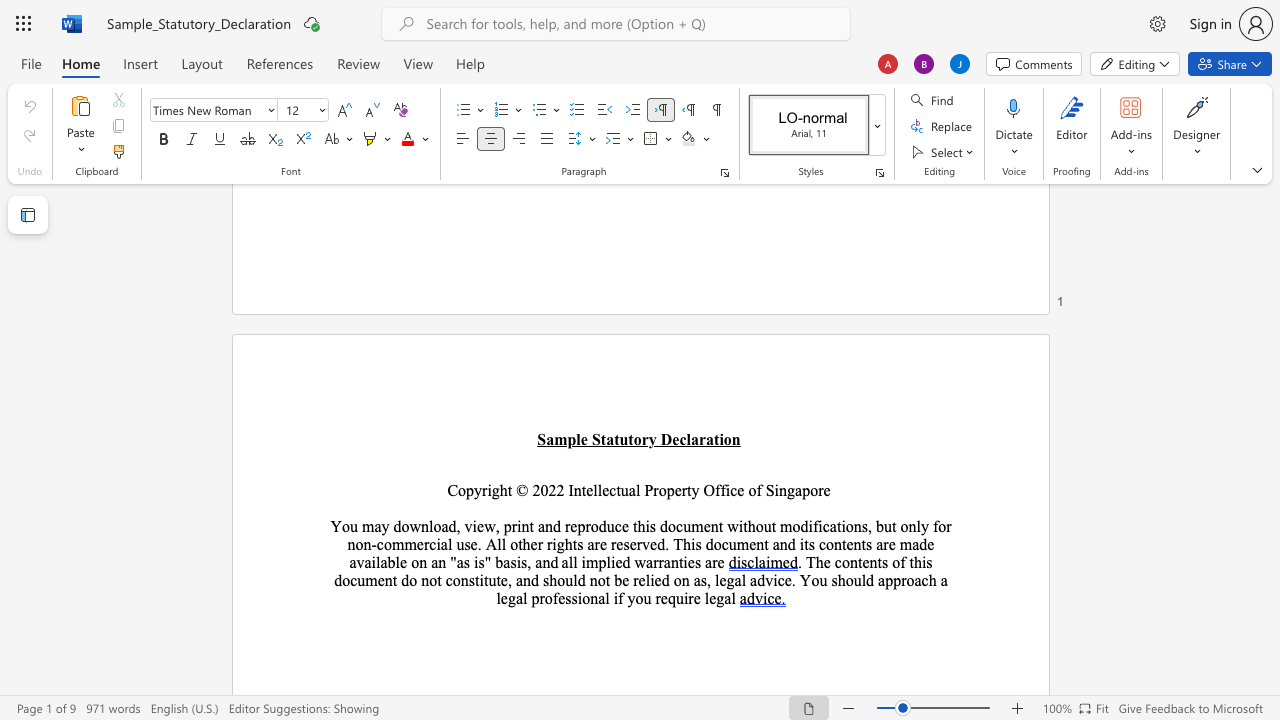 The image size is (1280, 720). What do you see at coordinates (351, 544) in the screenshot?
I see `the 7th character "n" in the text` at bounding box center [351, 544].